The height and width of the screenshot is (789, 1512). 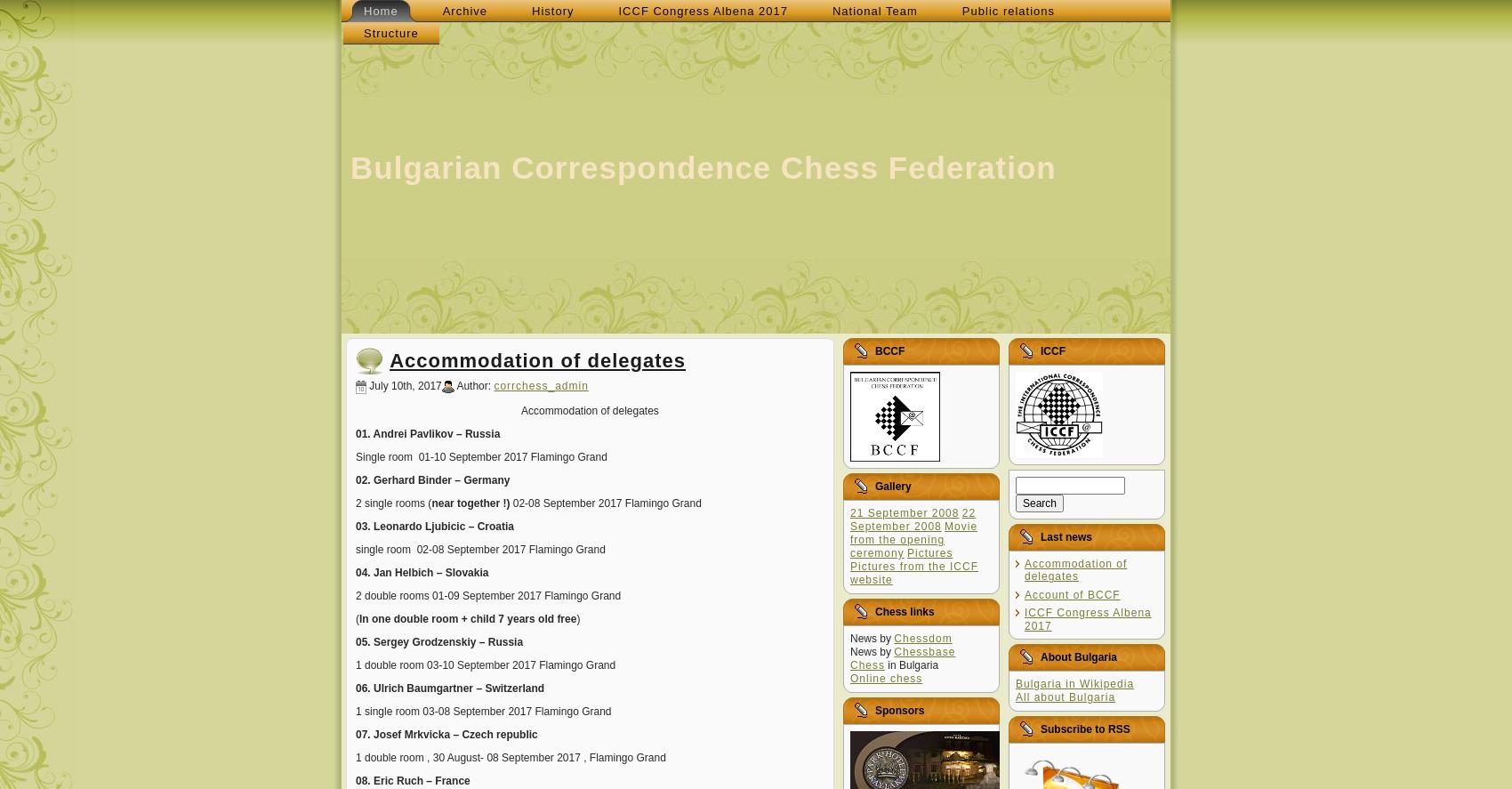 What do you see at coordinates (381, 11) in the screenshot?
I see `'Home'` at bounding box center [381, 11].